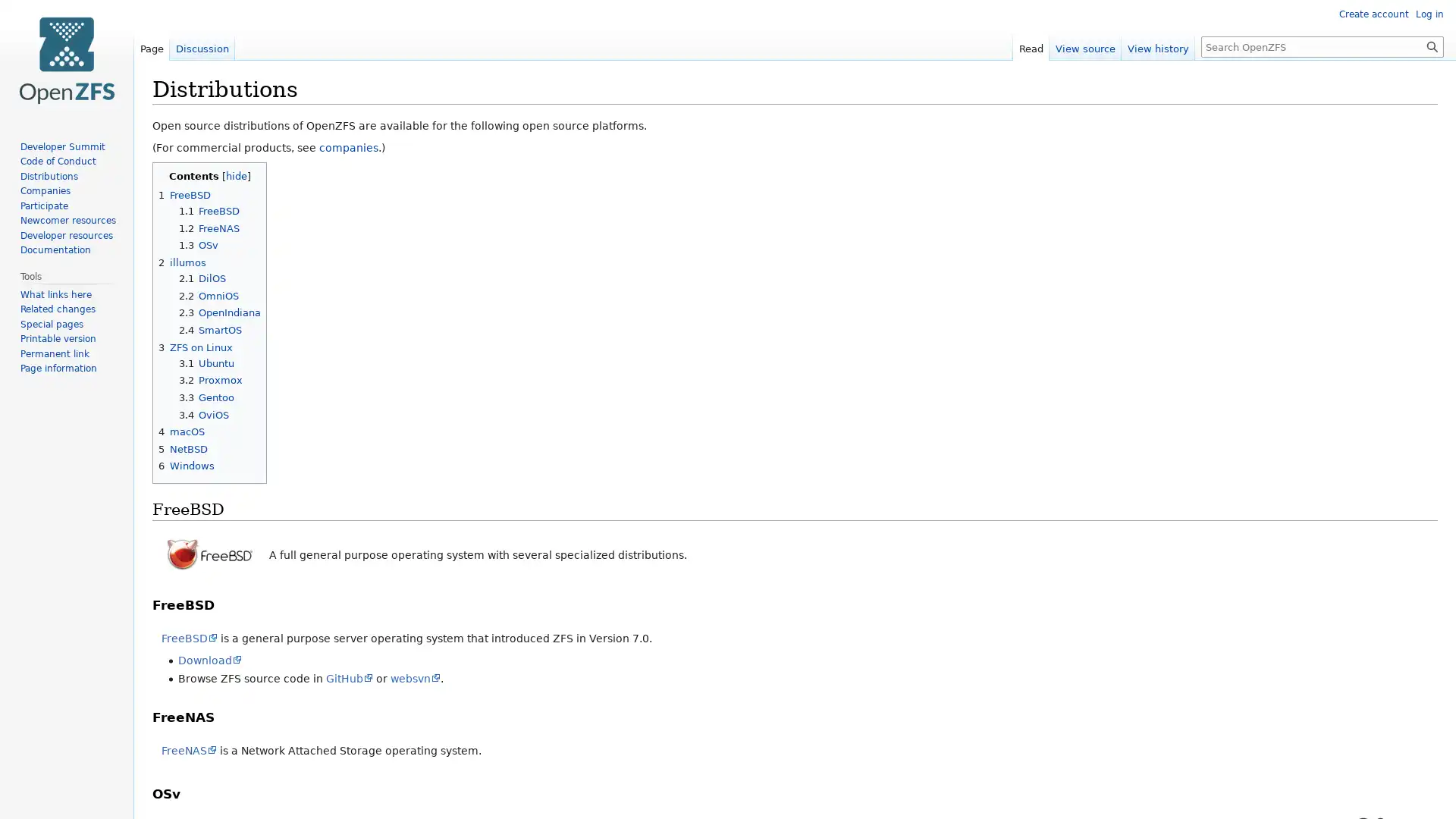 The image size is (1456, 819). I want to click on Search, so click(1432, 45).